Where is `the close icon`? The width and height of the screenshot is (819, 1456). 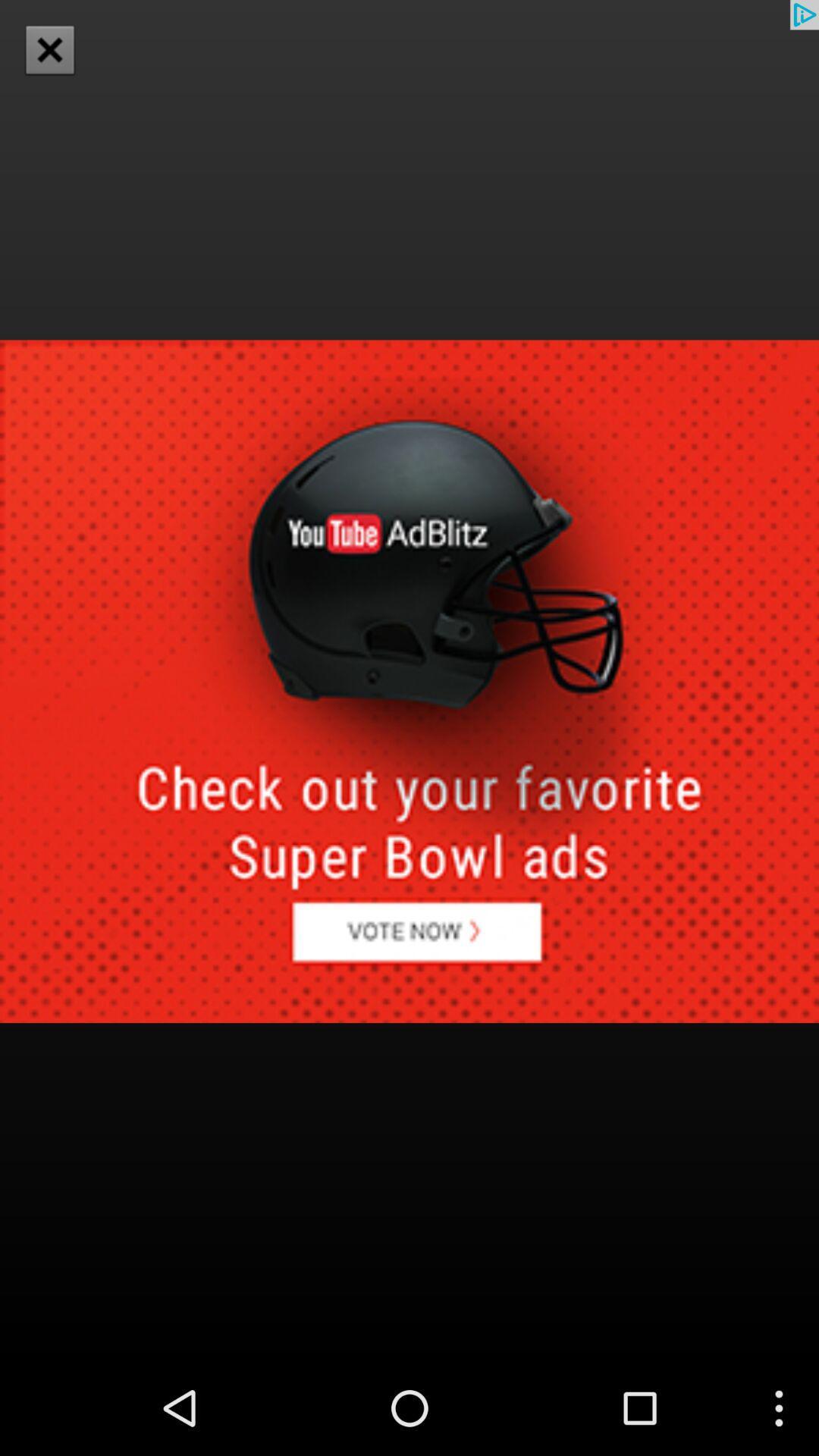 the close icon is located at coordinates (49, 53).